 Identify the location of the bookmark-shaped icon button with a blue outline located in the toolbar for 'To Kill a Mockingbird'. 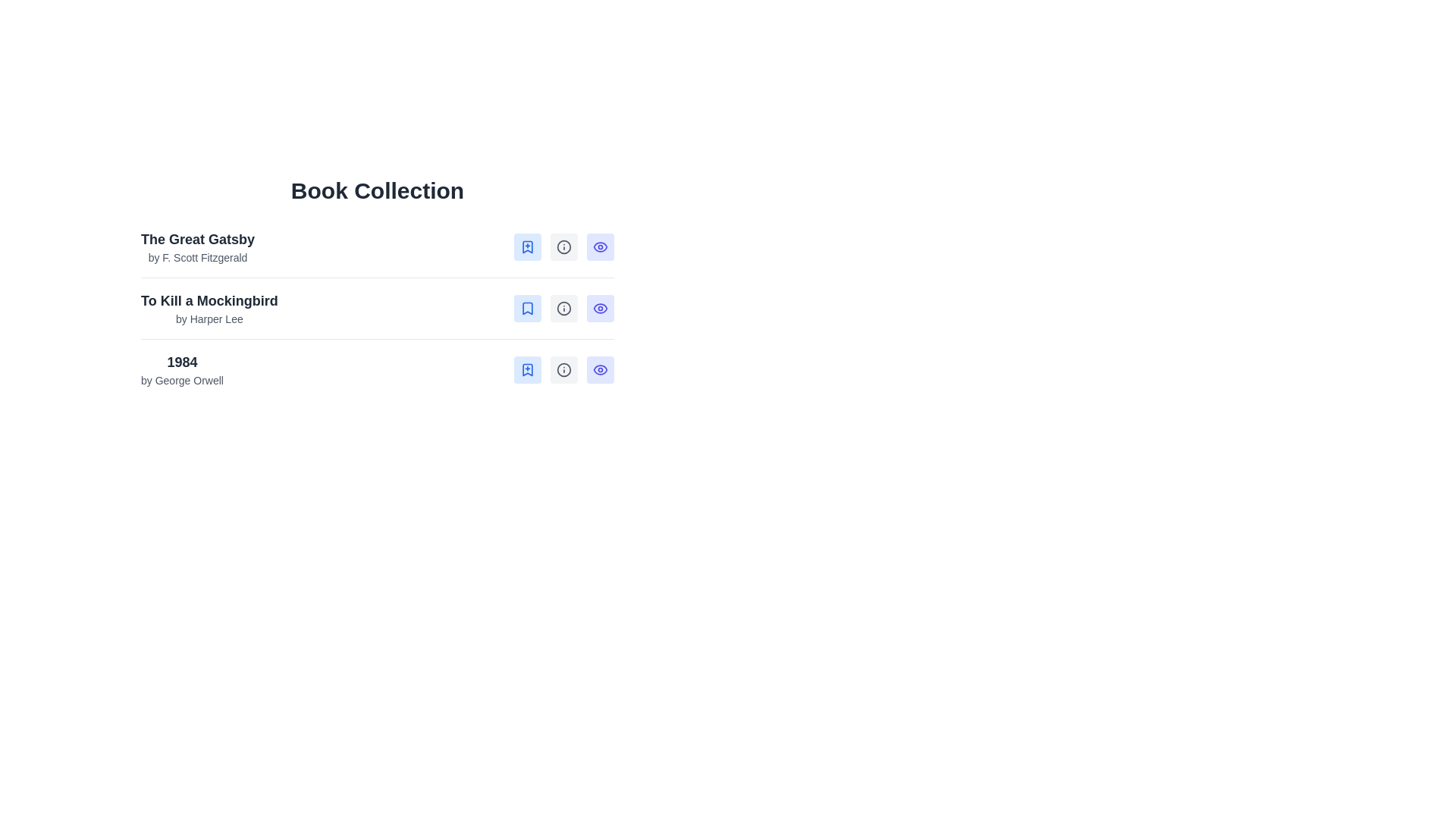
(528, 308).